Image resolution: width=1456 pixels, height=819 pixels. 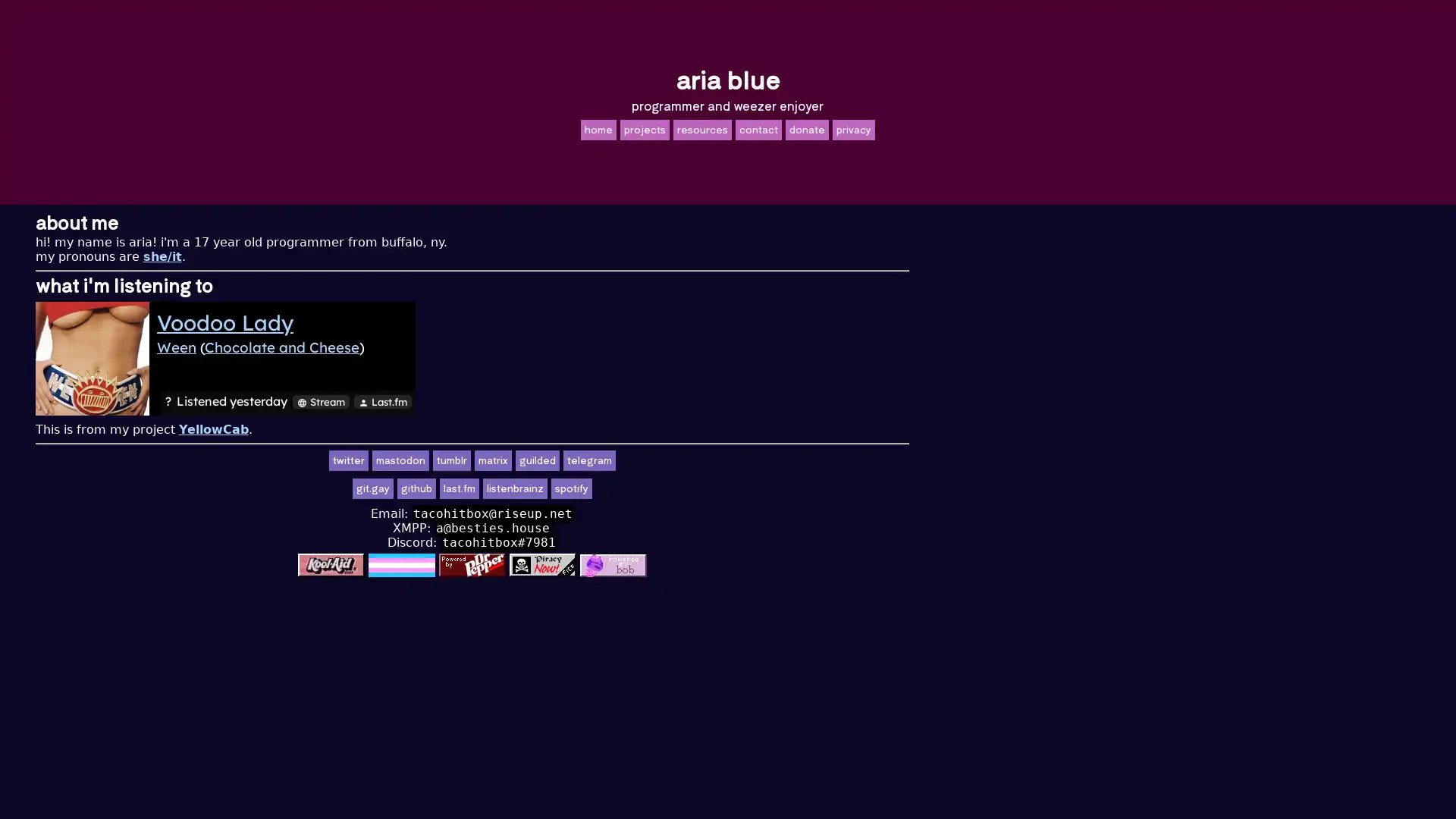 I want to click on listenbrainz, so click(x=770, y=488).